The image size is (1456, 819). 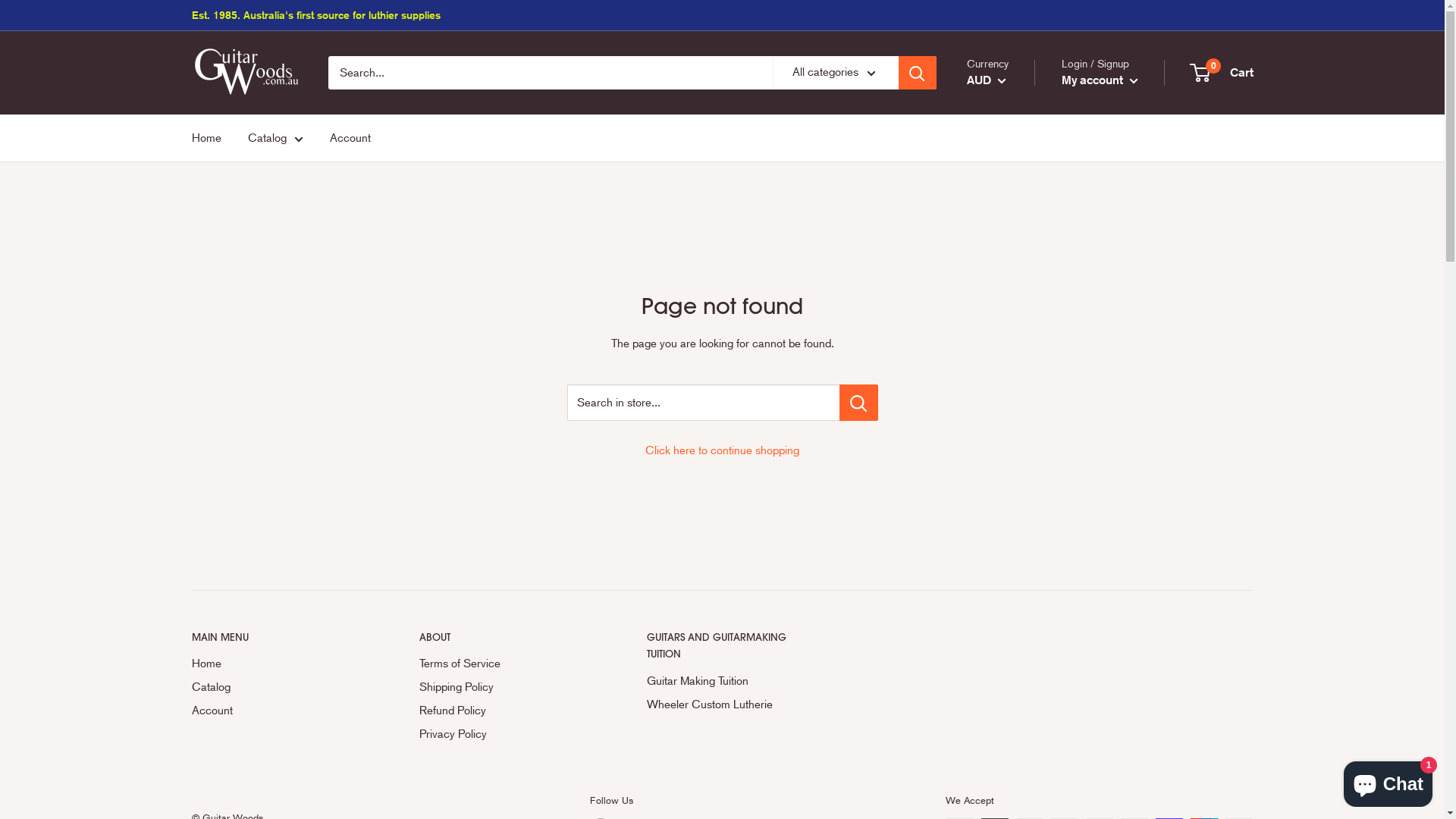 What do you see at coordinates (506, 637) in the screenshot?
I see `'ABOUT'` at bounding box center [506, 637].